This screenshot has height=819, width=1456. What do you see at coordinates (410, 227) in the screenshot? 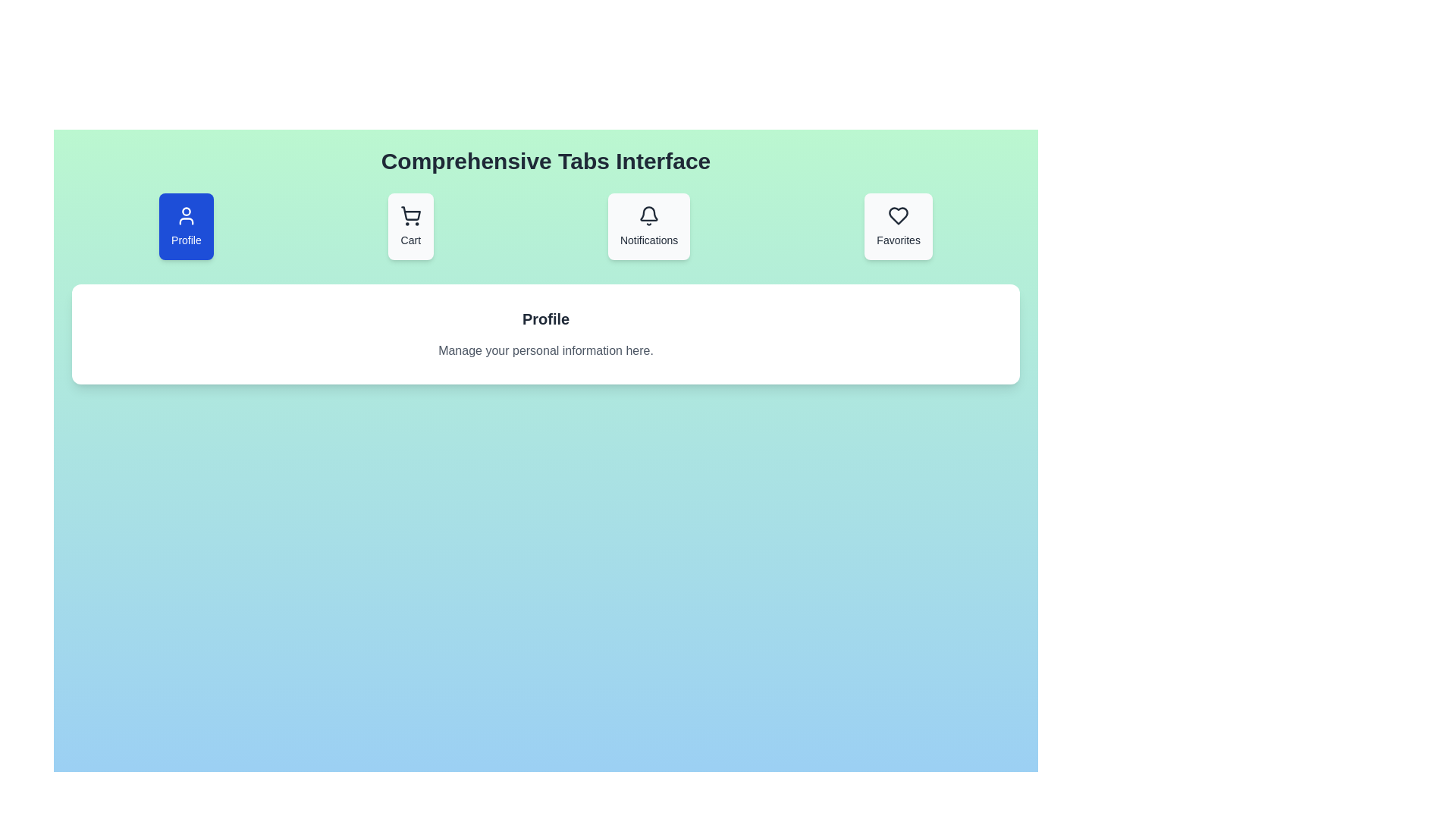
I see `the shopping cart icon on the 'Cart' button, which has a light gray background and is located between the 'Profile' and 'Notifications' buttons` at bounding box center [410, 227].